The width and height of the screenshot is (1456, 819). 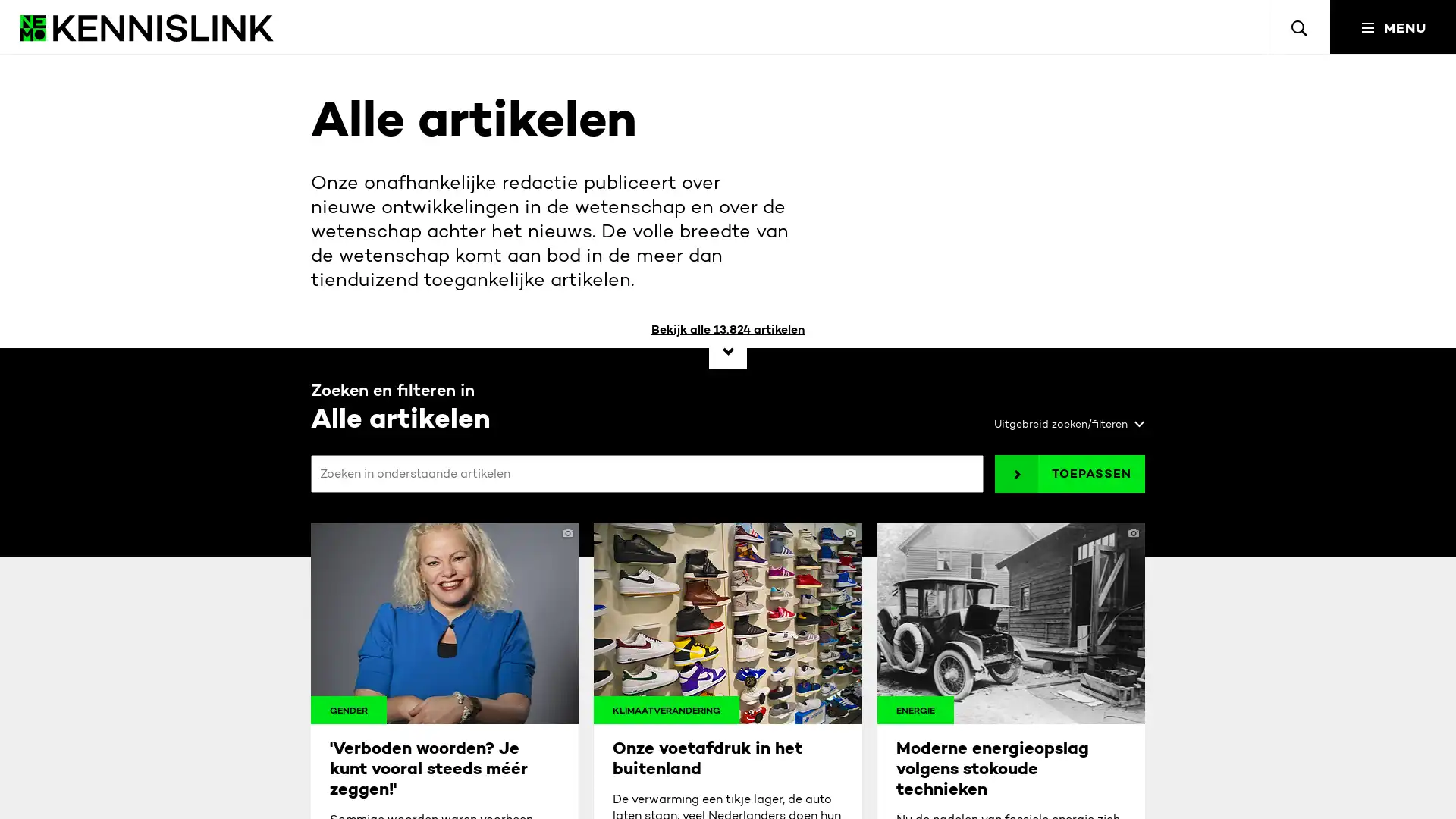 What do you see at coordinates (1063, 425) in the screenshot?
I see `Uitgebreid zoeken/filteren` at bounding box center [1063, 425].